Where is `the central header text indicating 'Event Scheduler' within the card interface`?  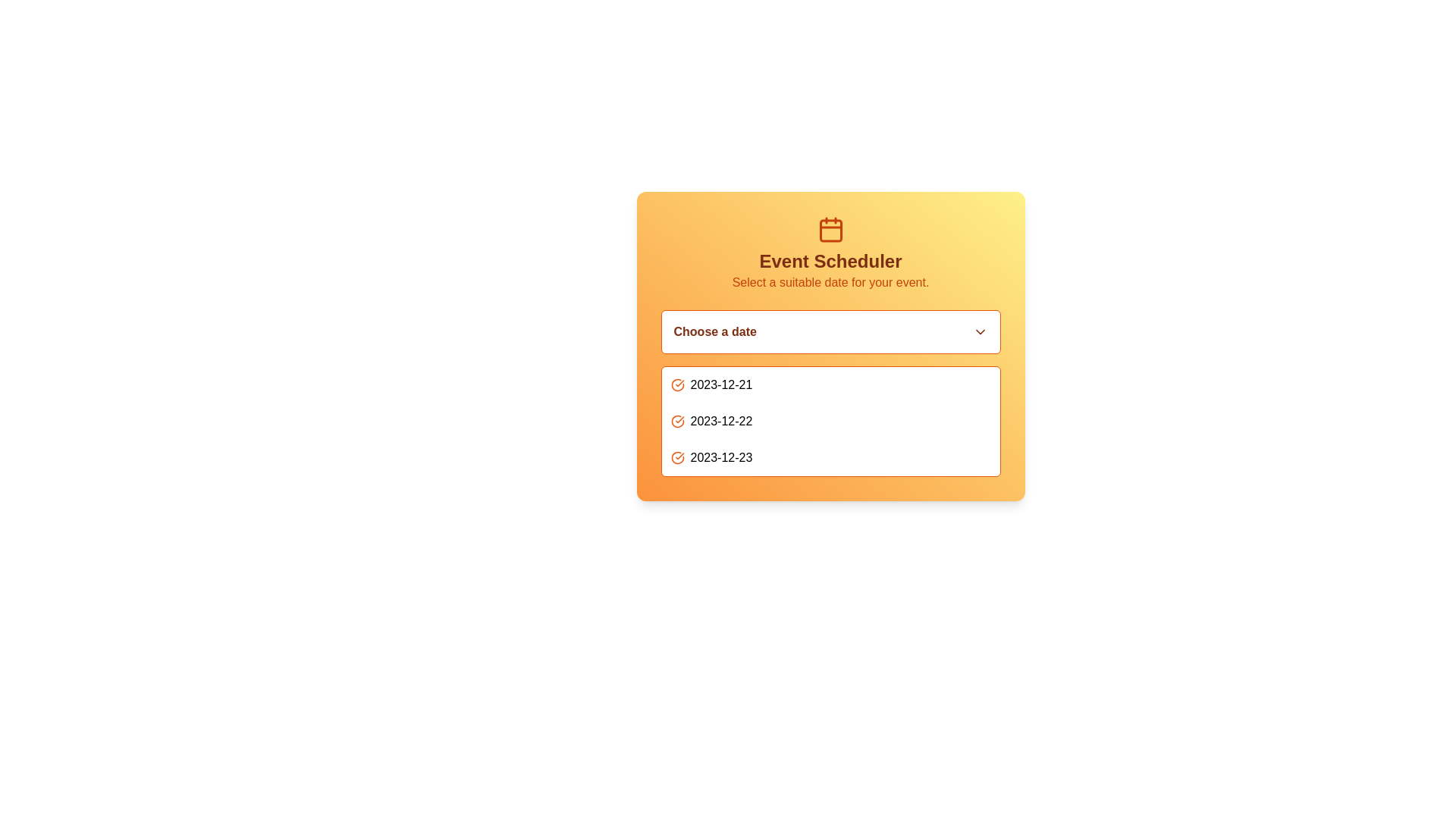 the central header text indicating 'Event Scheduler' within the card interface is located at coordinates (830, 260).